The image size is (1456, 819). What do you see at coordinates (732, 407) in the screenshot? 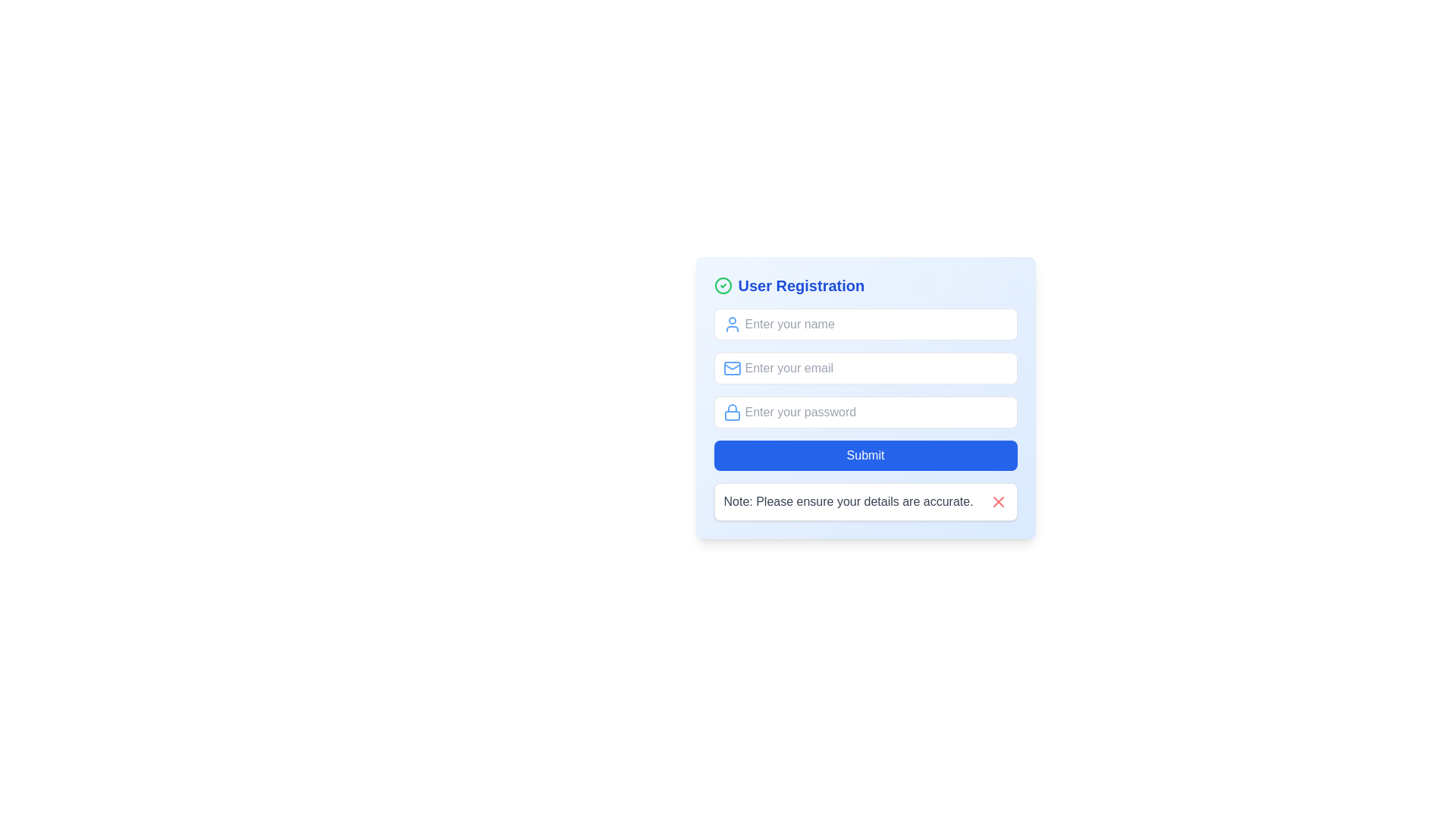
I see `the upper arc of the lock icon, which is part of the User Registration form, positioned to the left of the password input field` at bounding box center [732, 407].